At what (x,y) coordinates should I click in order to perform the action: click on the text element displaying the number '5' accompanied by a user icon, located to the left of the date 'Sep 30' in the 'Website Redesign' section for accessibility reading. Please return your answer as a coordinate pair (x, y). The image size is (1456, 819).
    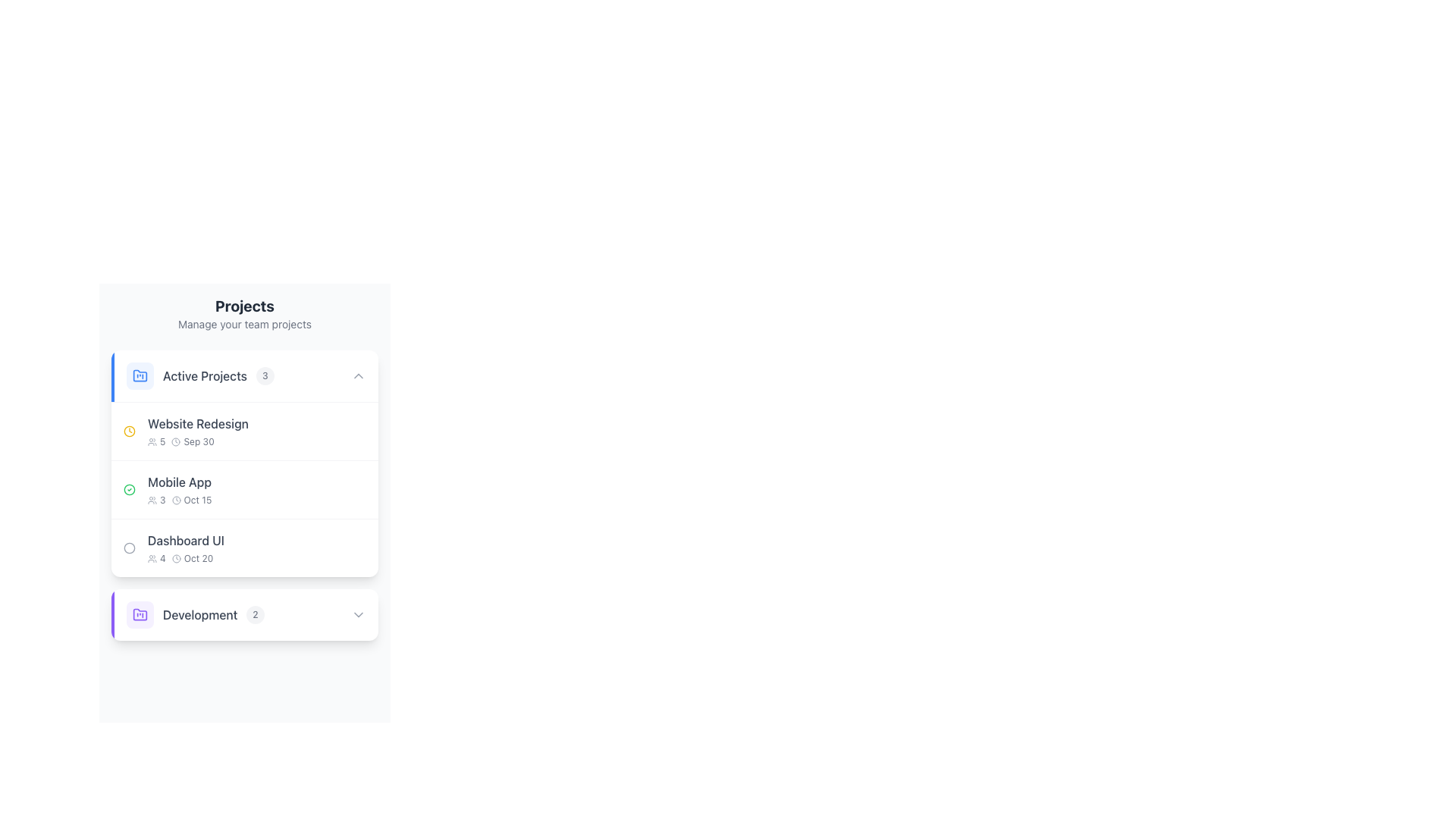
    Looking at the image, I should click on (156, 441).